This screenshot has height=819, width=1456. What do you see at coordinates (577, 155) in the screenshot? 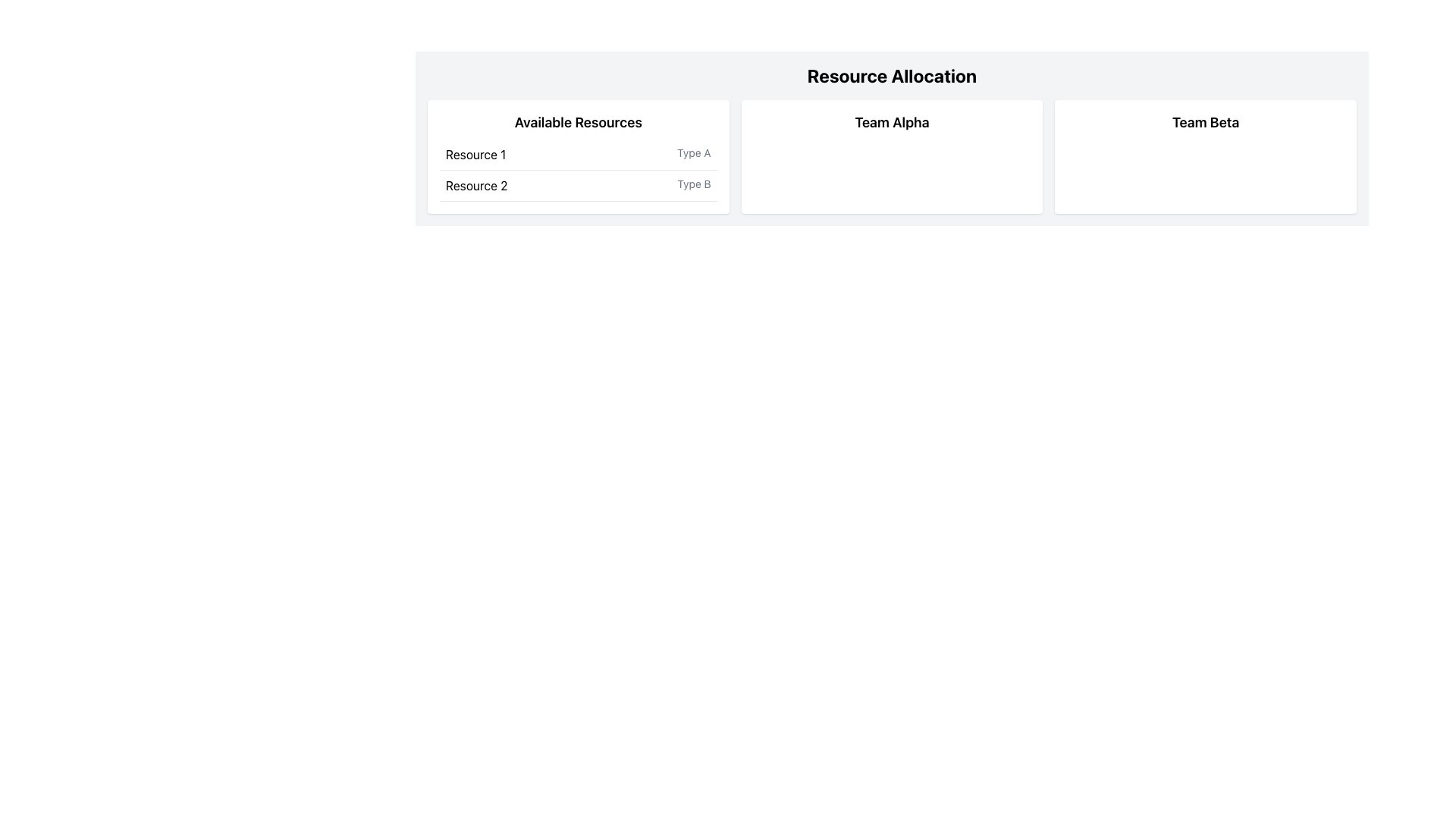
I see `the top row of the 'Available Resources' table that contains information about 'Resource 1' of 'Type A'` at bounding box center [577, 155].